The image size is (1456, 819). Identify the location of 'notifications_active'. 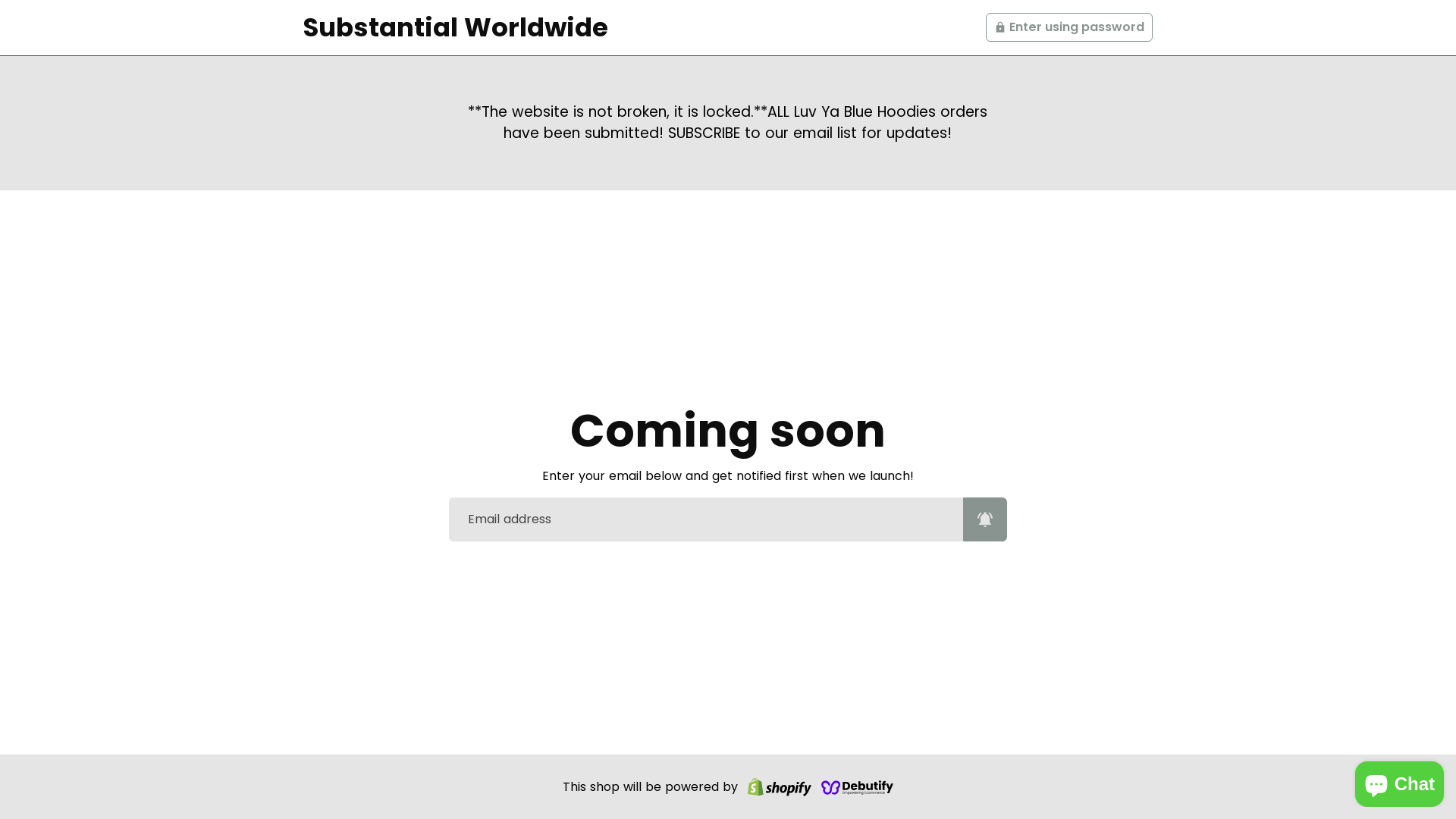
(985, 519).